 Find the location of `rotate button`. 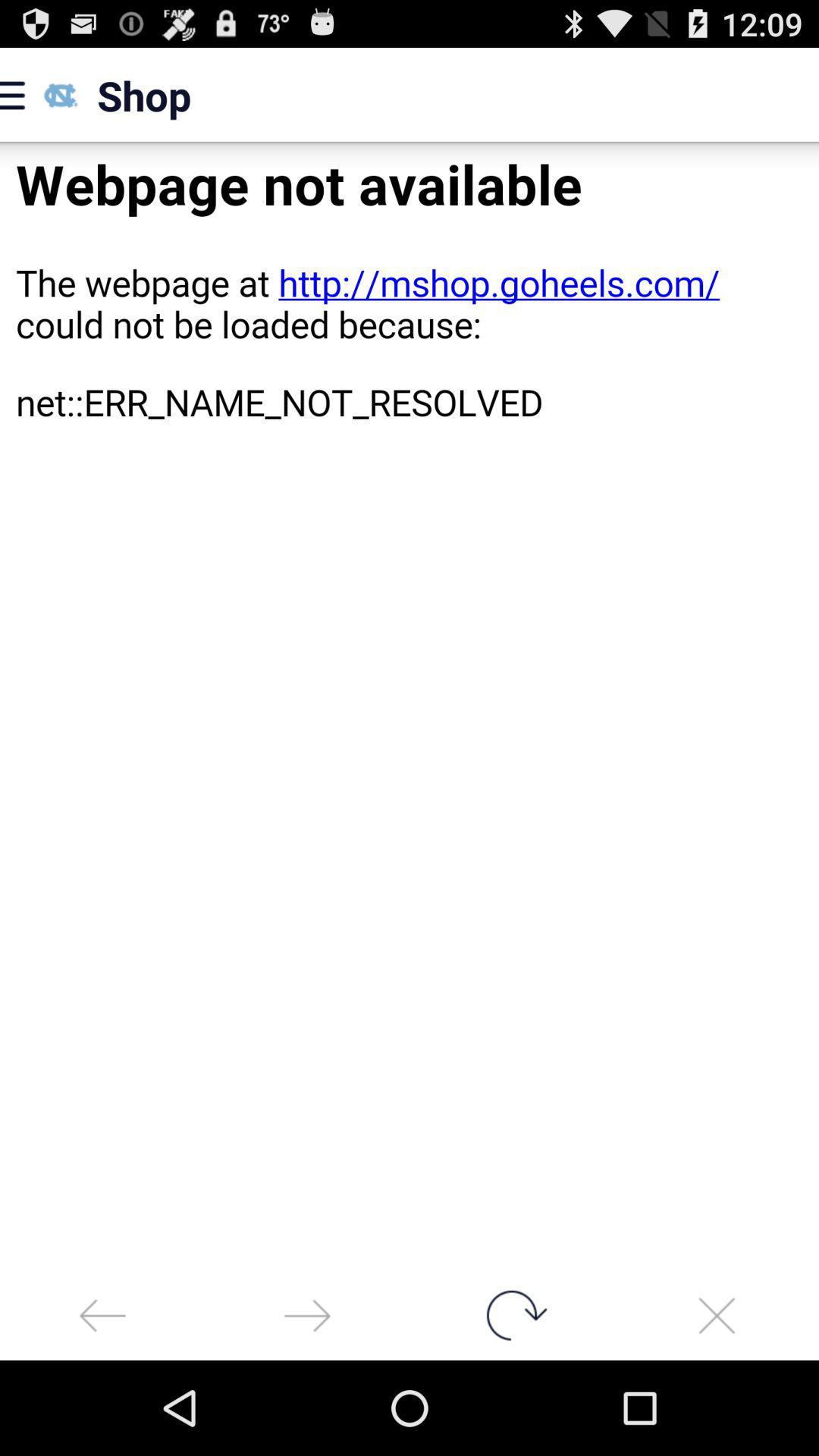

rotate button is located at coordinates (512, 1314).